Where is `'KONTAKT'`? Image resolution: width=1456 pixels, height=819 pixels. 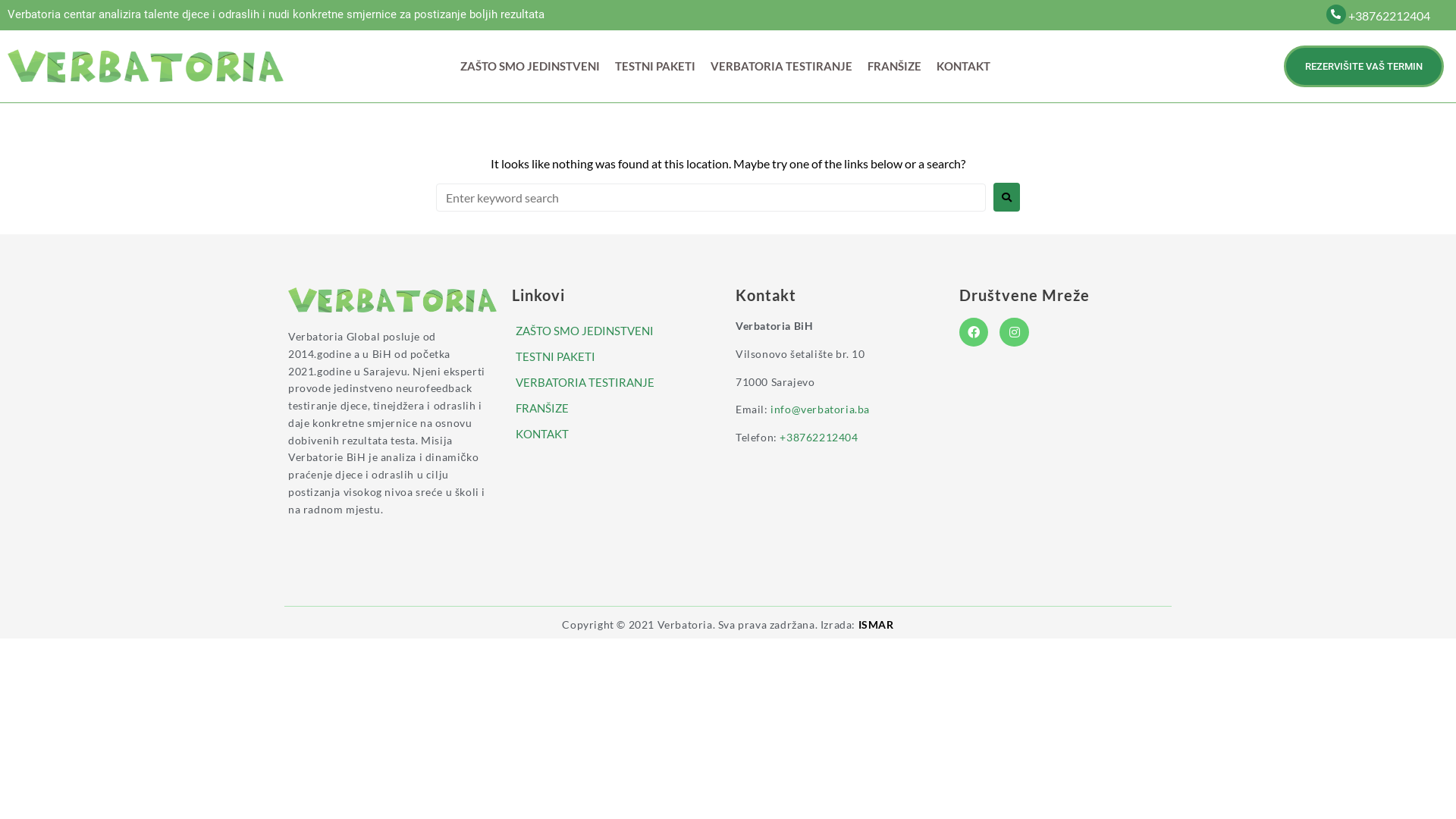 'KONTAKT' is located at coordinates (962, 65).